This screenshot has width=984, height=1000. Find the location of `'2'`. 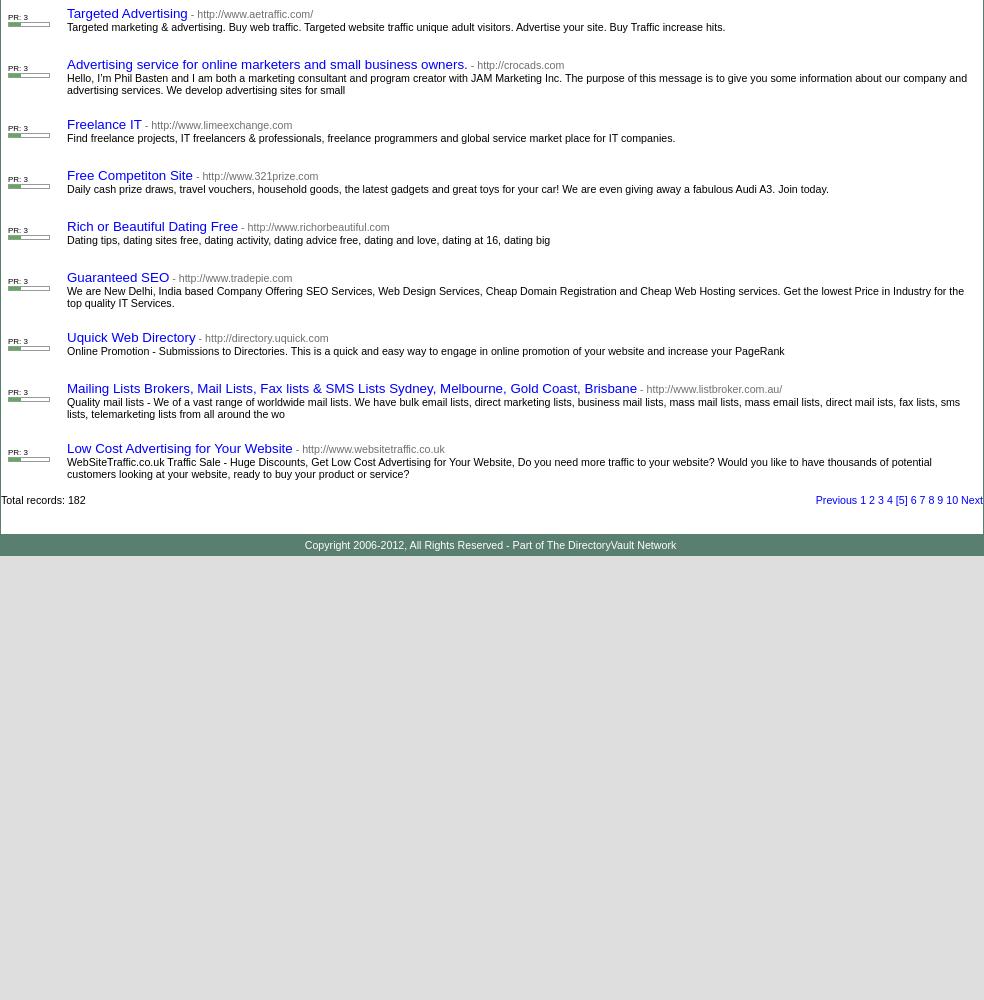

'2' is located at coordinates (872, 498).